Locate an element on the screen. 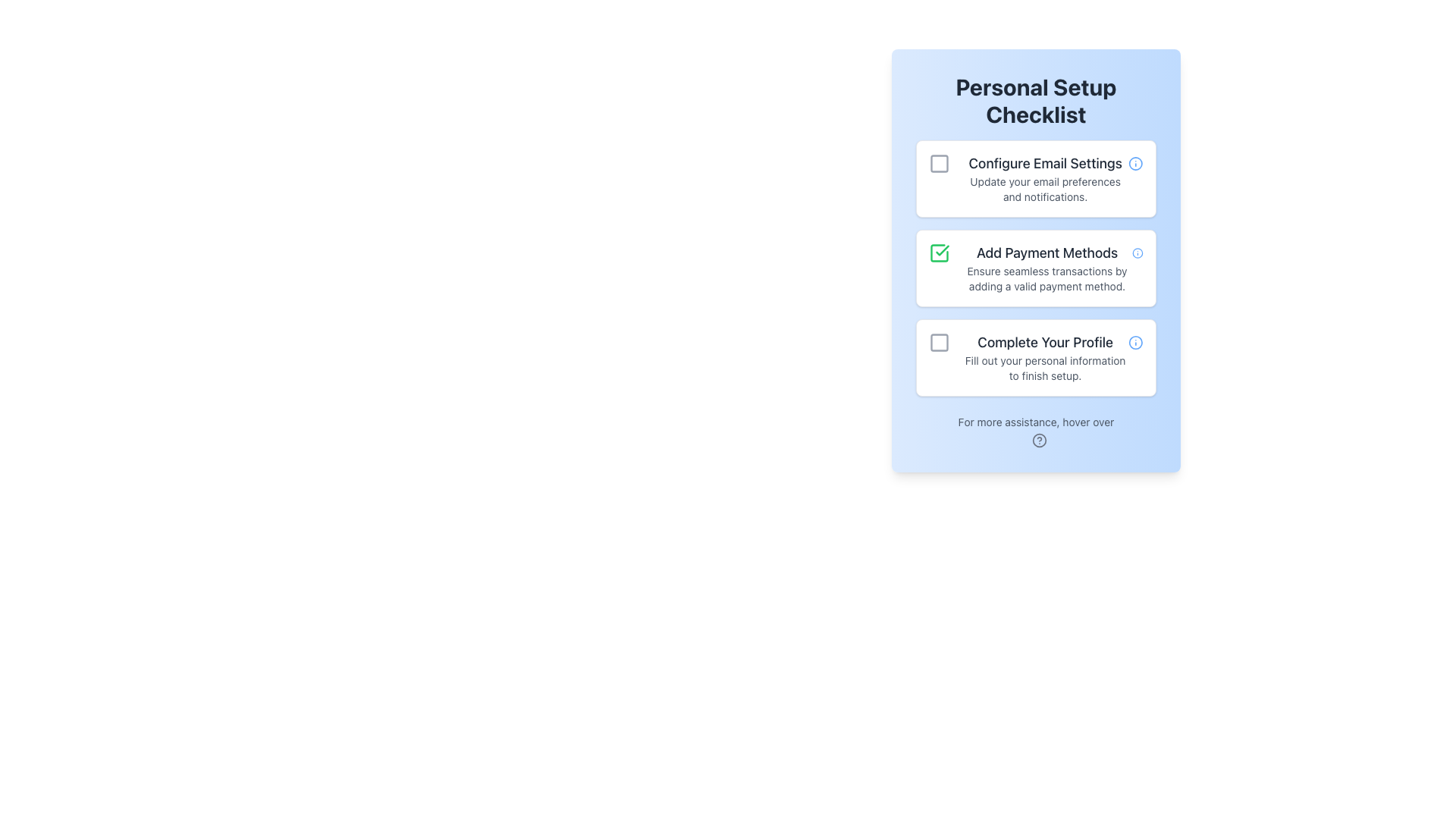 Image resolution: width=1456 pixels, height=819 pixels. the hollow square icon (Checkbox) located at the upper left corner of the 'Configure Email Settings' card, which is above the text 'Update your email preferences and notifications.' is located at coordinates (938, 164).